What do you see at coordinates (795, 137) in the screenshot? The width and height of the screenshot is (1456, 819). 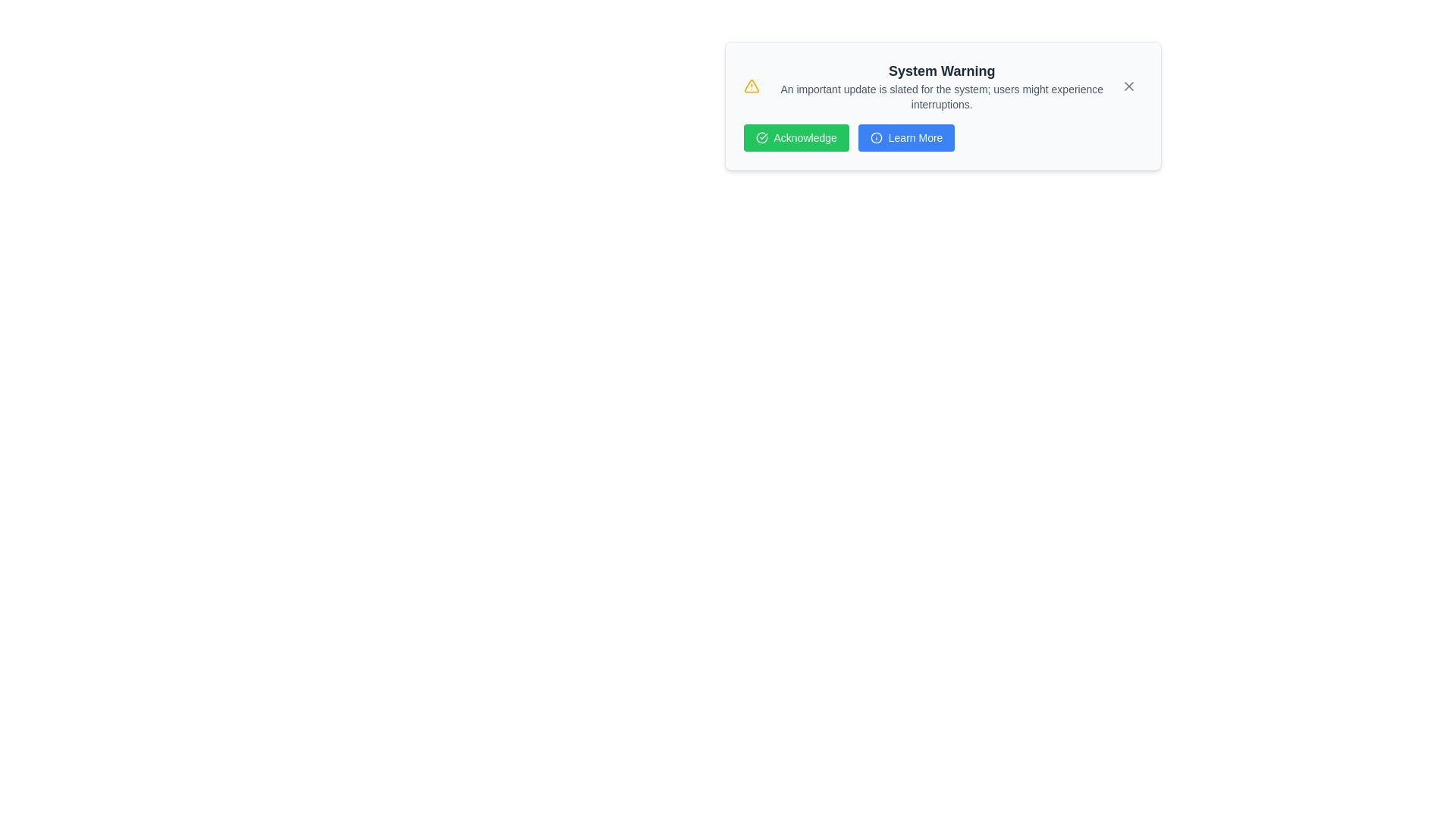 I see `the confirmation button located to the left of the 'Learn More' button, which acknowledges the warning information above` at bounding box center [795, 137].